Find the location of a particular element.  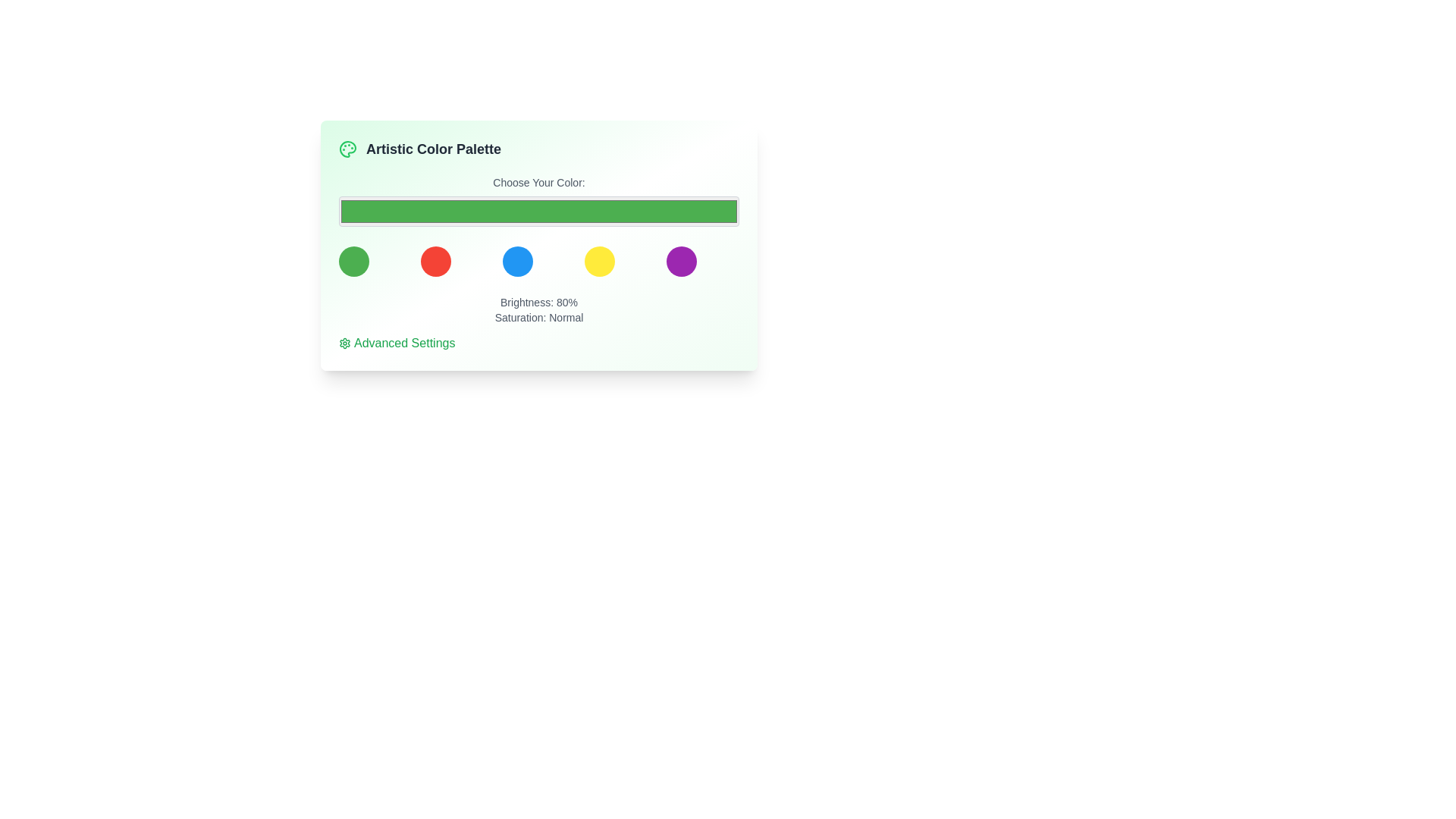

the blue color button in the color palette is located at coordinates (517, 260).